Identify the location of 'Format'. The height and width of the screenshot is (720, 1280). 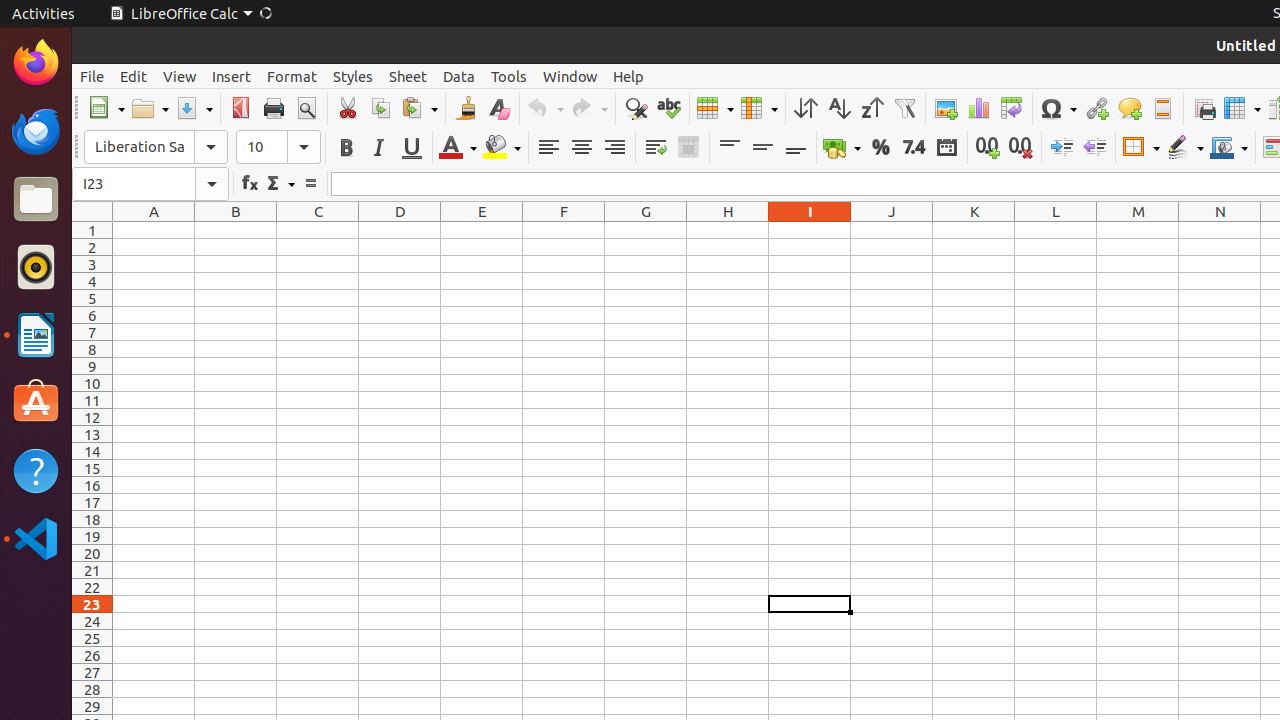
(290, 75).